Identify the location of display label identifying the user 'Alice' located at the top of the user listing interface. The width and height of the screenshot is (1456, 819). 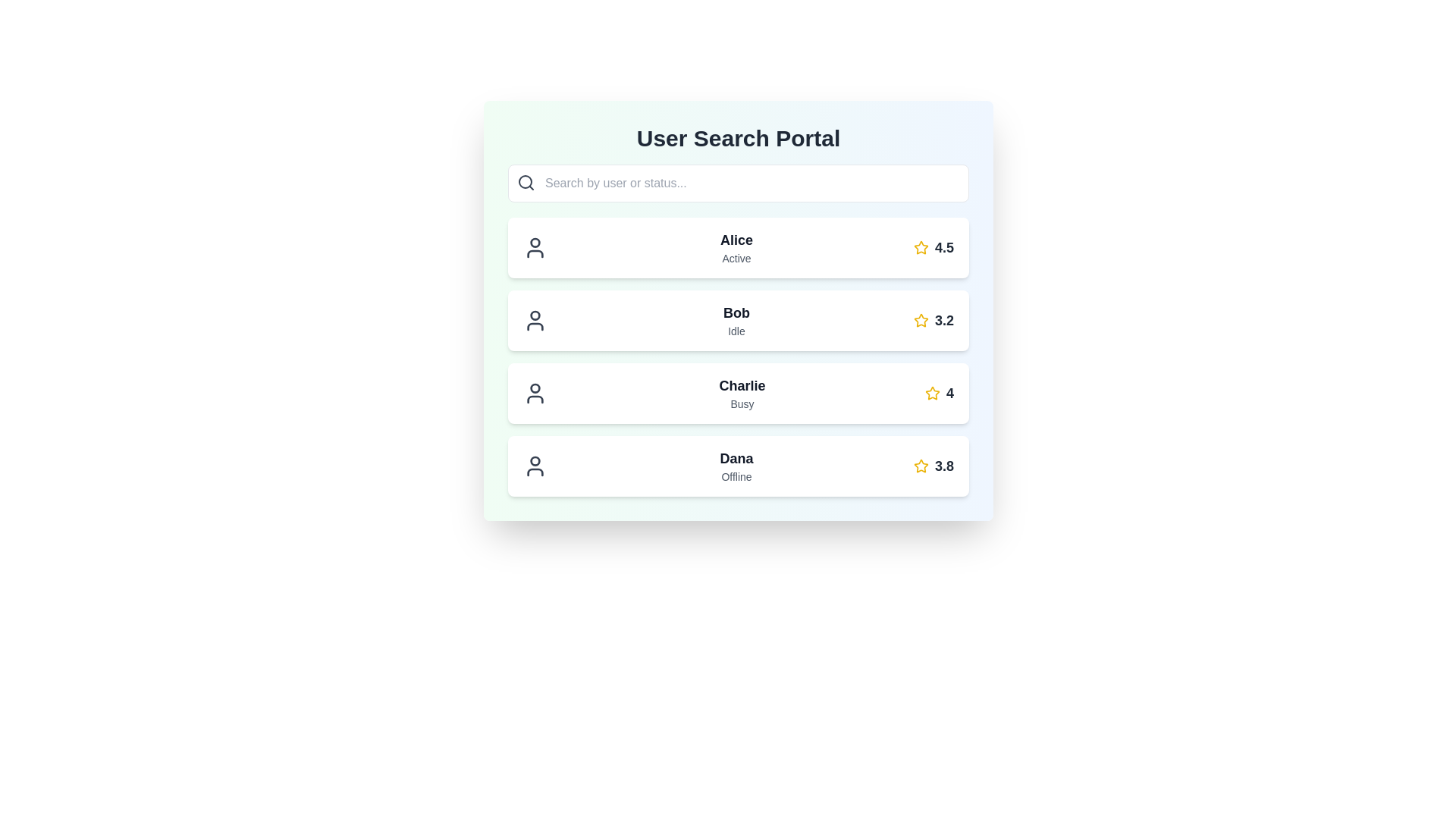
(736, 239).